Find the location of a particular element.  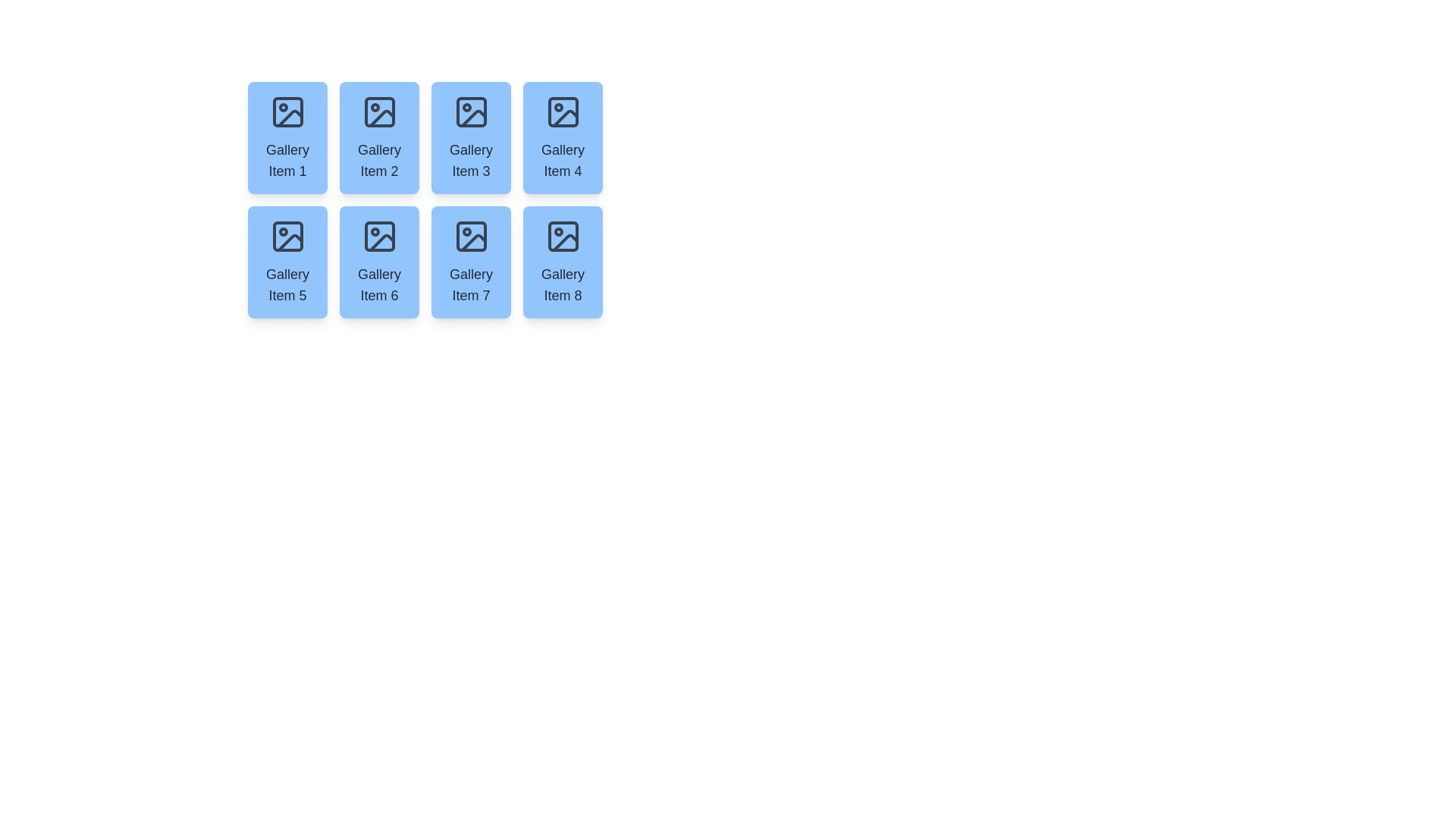

the innermost SVG rectangle that forms part of the outline of the fifth gallery item in a grid of eight items is located at coordinates (287, 237).